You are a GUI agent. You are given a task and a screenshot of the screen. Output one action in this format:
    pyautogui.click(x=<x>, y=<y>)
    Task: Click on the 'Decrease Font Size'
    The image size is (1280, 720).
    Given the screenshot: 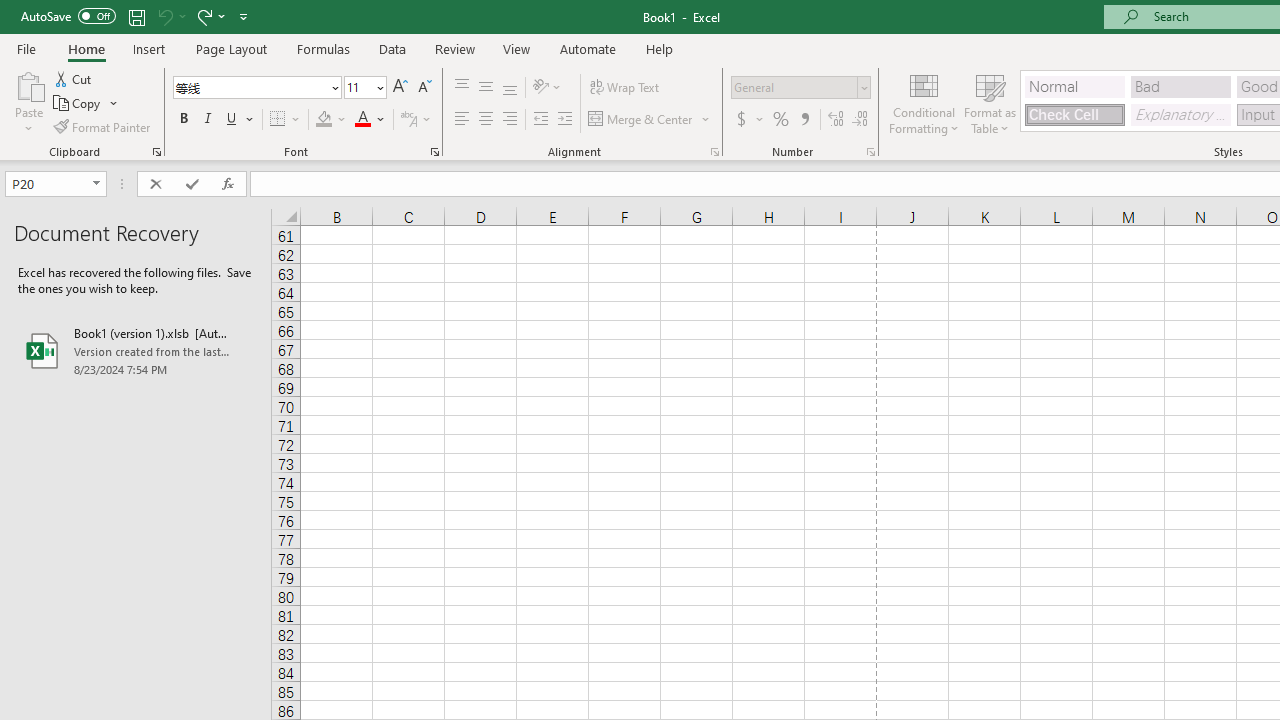 What is the action you would take?
    pyautogui.click(x=423, y=86)
    